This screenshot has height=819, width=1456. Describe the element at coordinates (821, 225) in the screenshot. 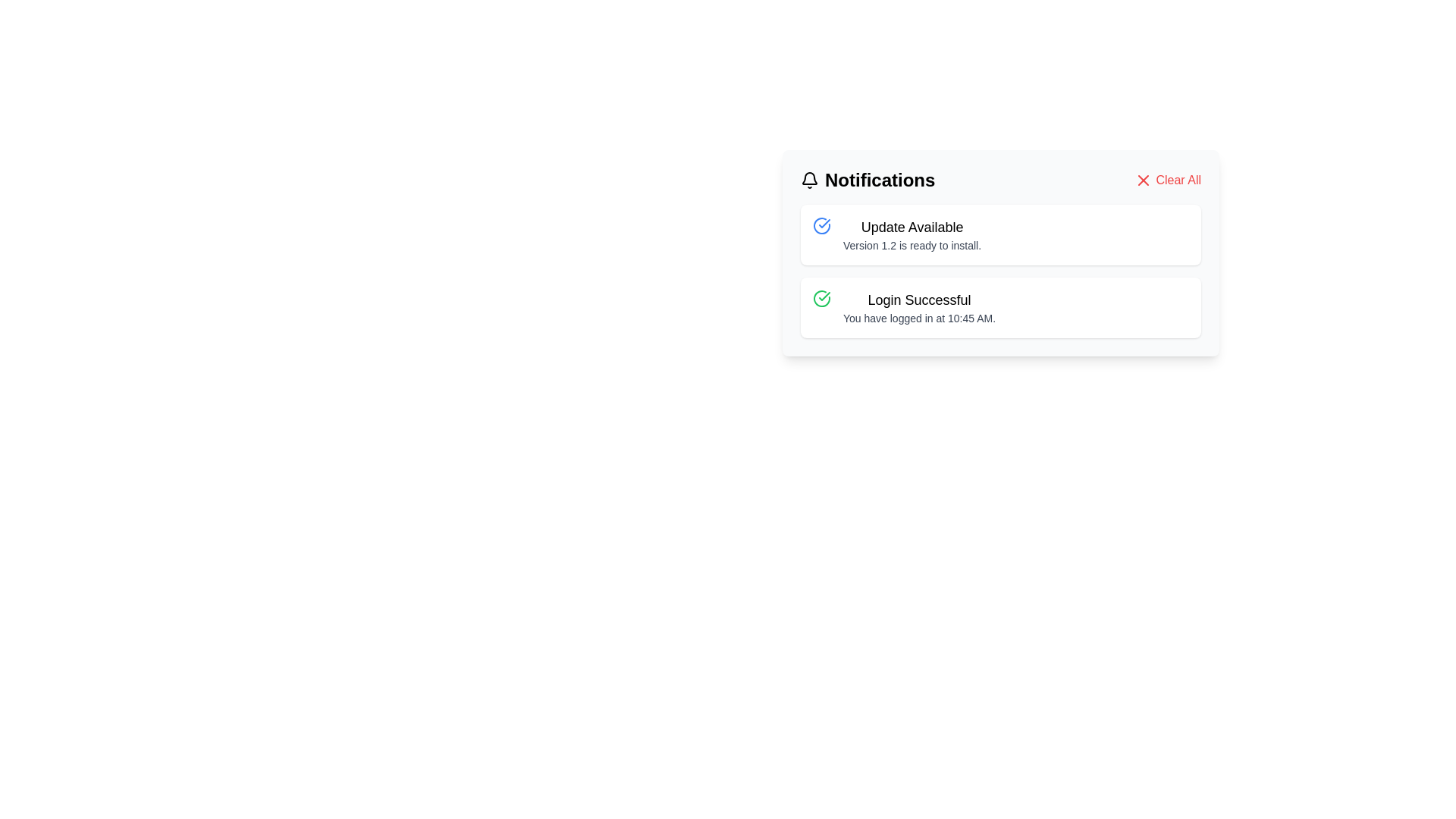

I see `the icon that indicates a successful notification processing, located in the upper-left corner of the 'Update Available' notification card` at that location.